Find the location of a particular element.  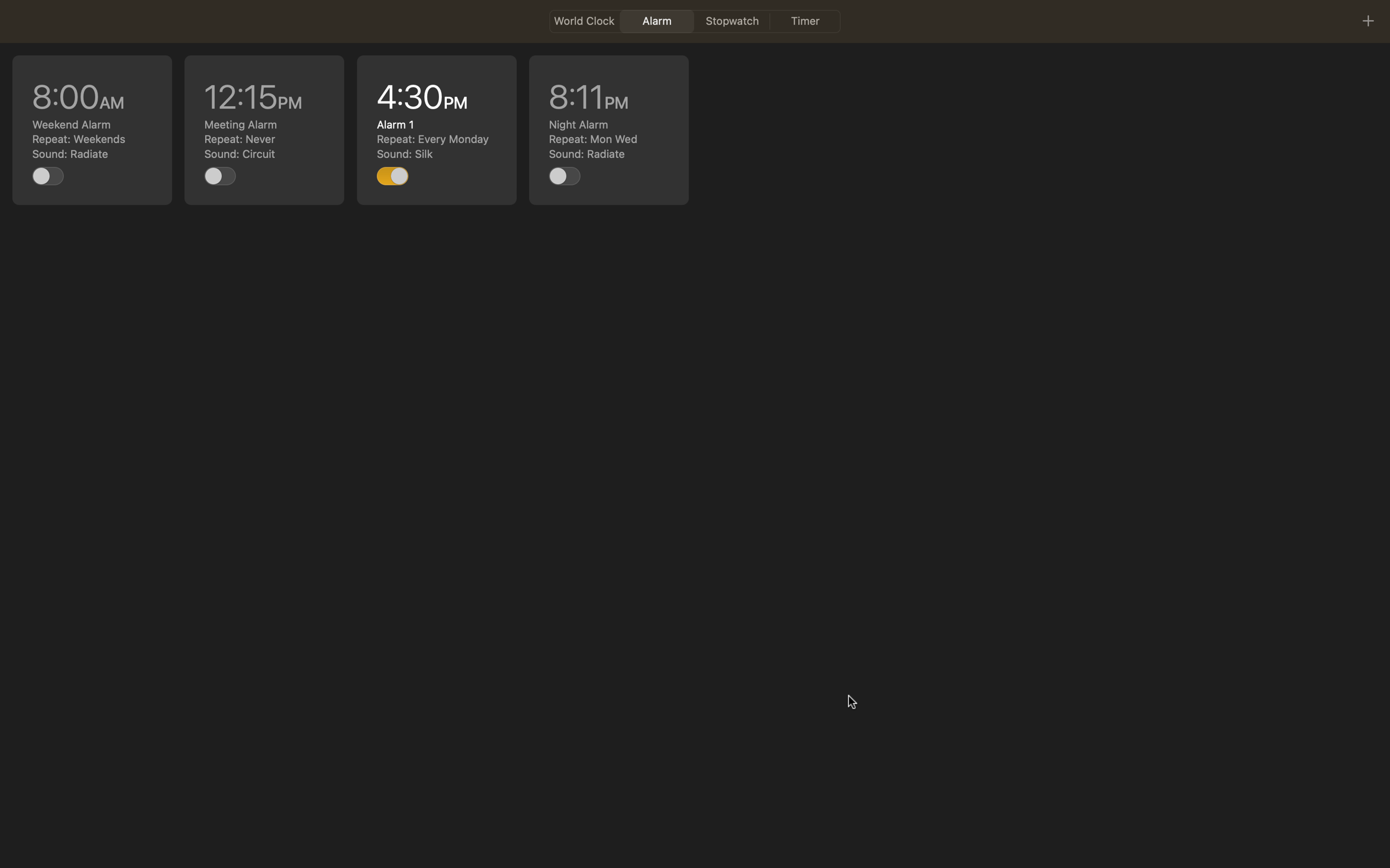

on the "+" button is located at coordinates (1367, 20).